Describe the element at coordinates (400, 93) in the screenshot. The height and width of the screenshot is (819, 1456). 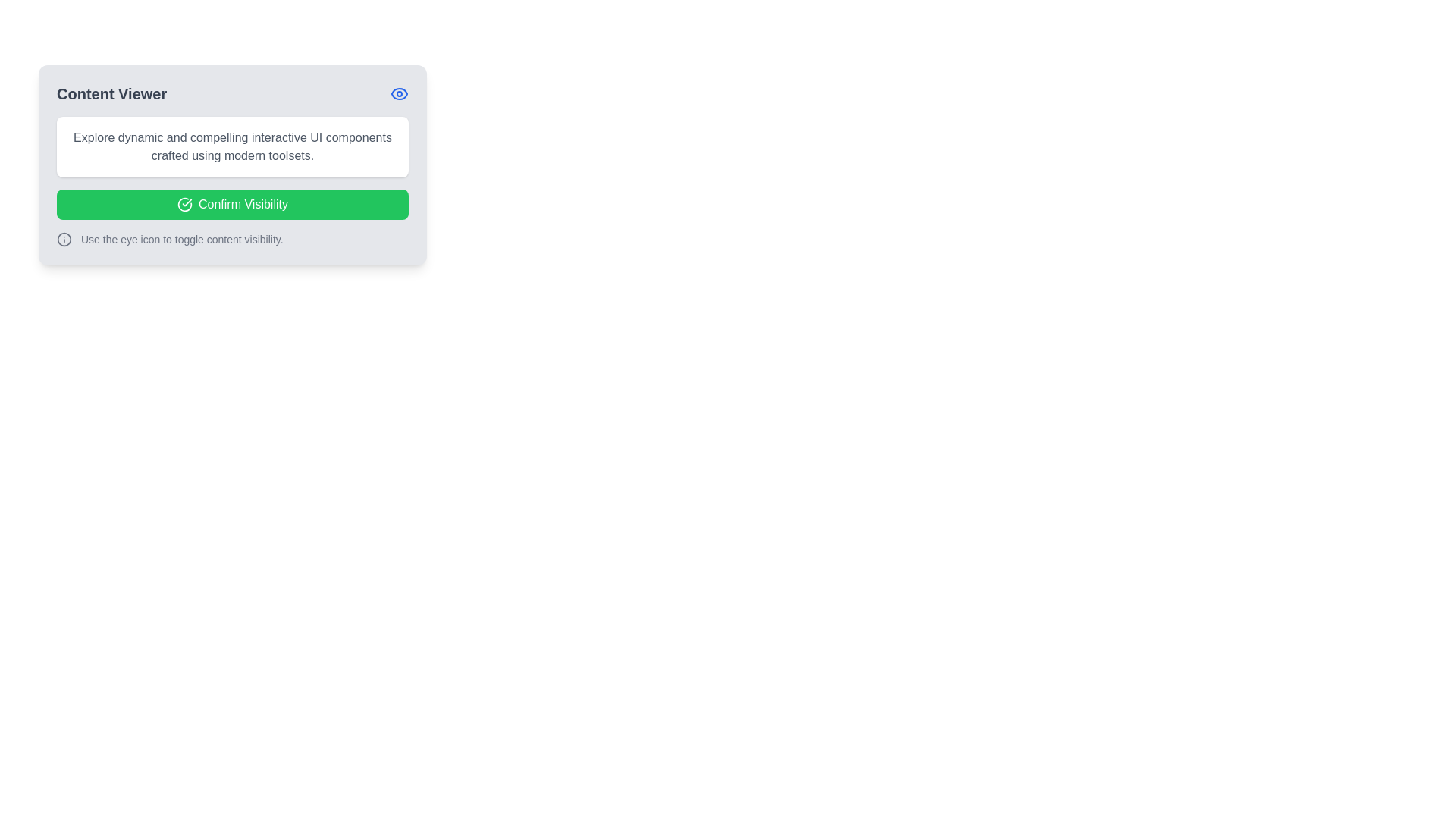
I see `the elliptical outline part of the eye icon located` at that location.